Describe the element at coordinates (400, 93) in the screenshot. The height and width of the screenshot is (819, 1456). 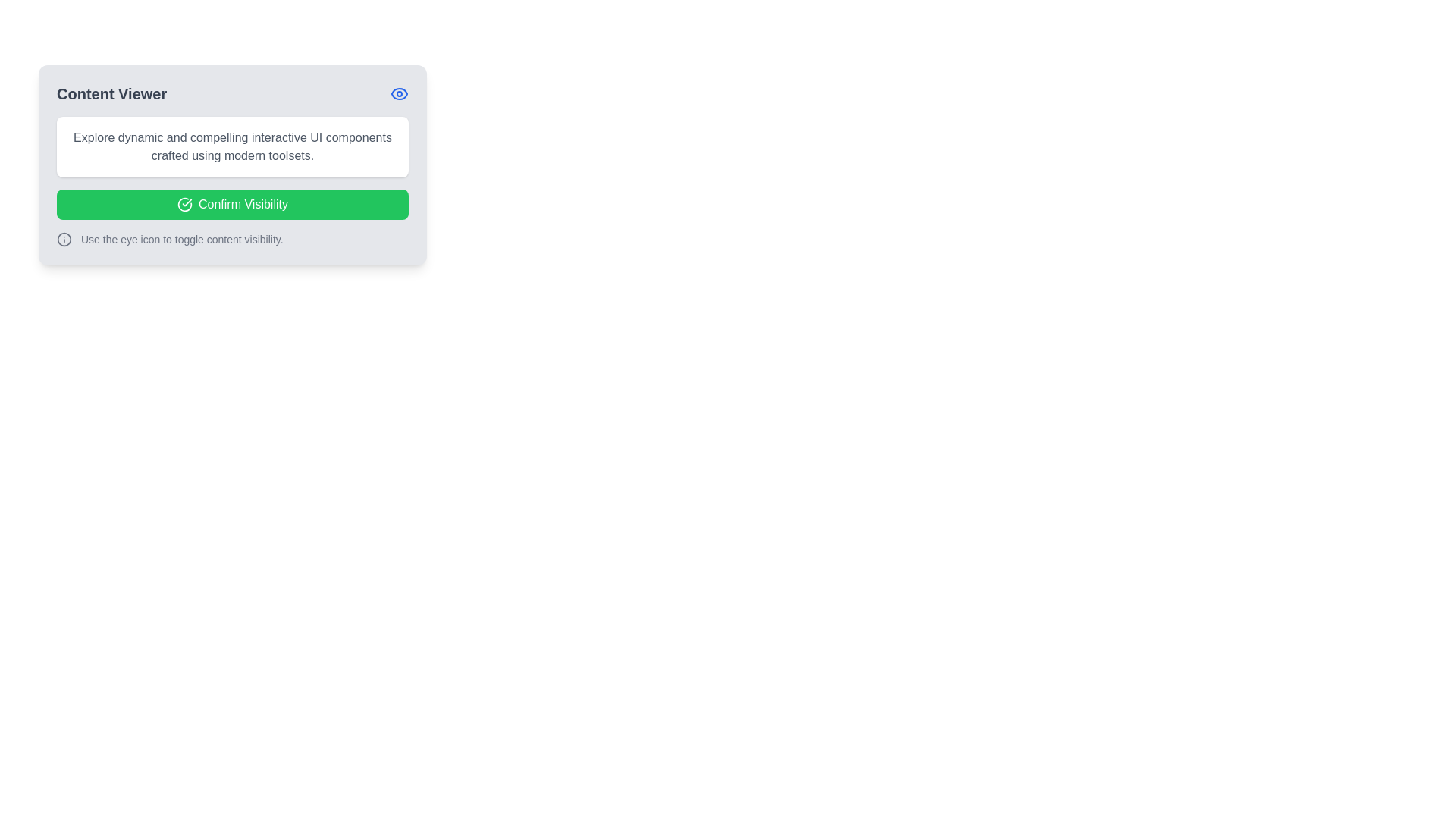
I see `the elliptical outline part of the eye icon located` at that location.